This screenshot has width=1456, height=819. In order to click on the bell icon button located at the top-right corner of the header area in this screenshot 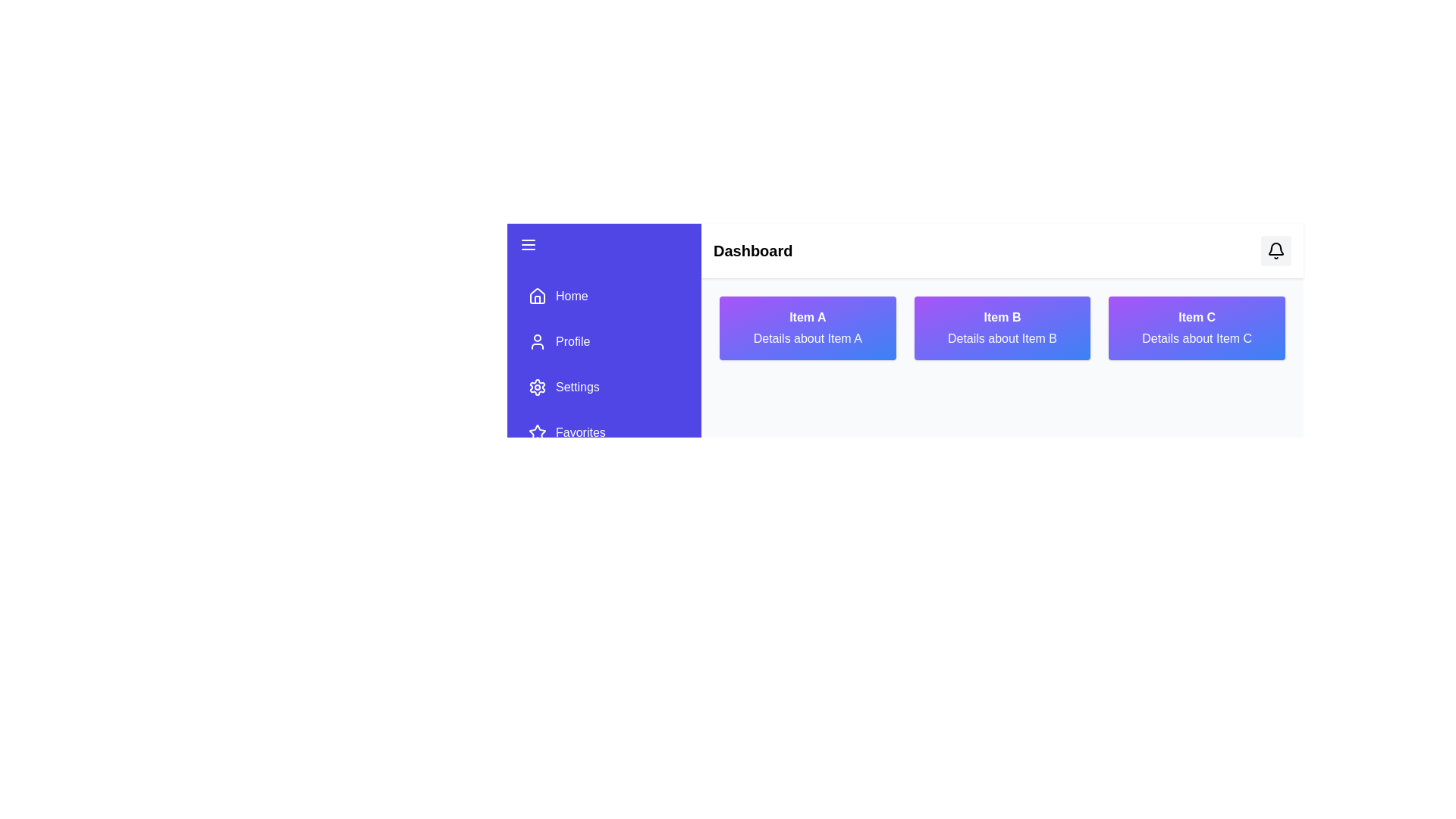, I will do `click(1276, 250)`.